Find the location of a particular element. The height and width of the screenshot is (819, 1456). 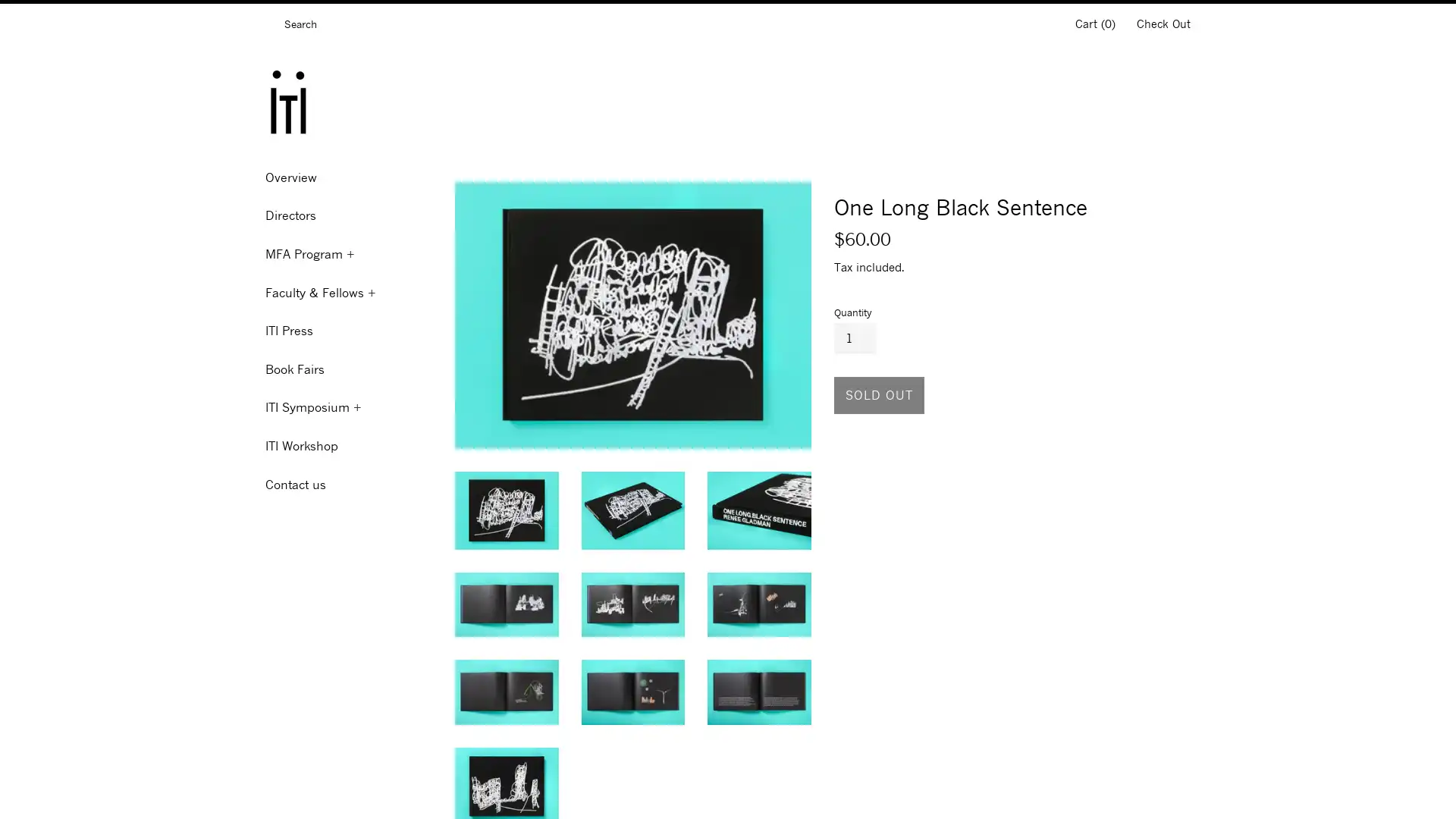

Search is located at coordinates (269, 27).